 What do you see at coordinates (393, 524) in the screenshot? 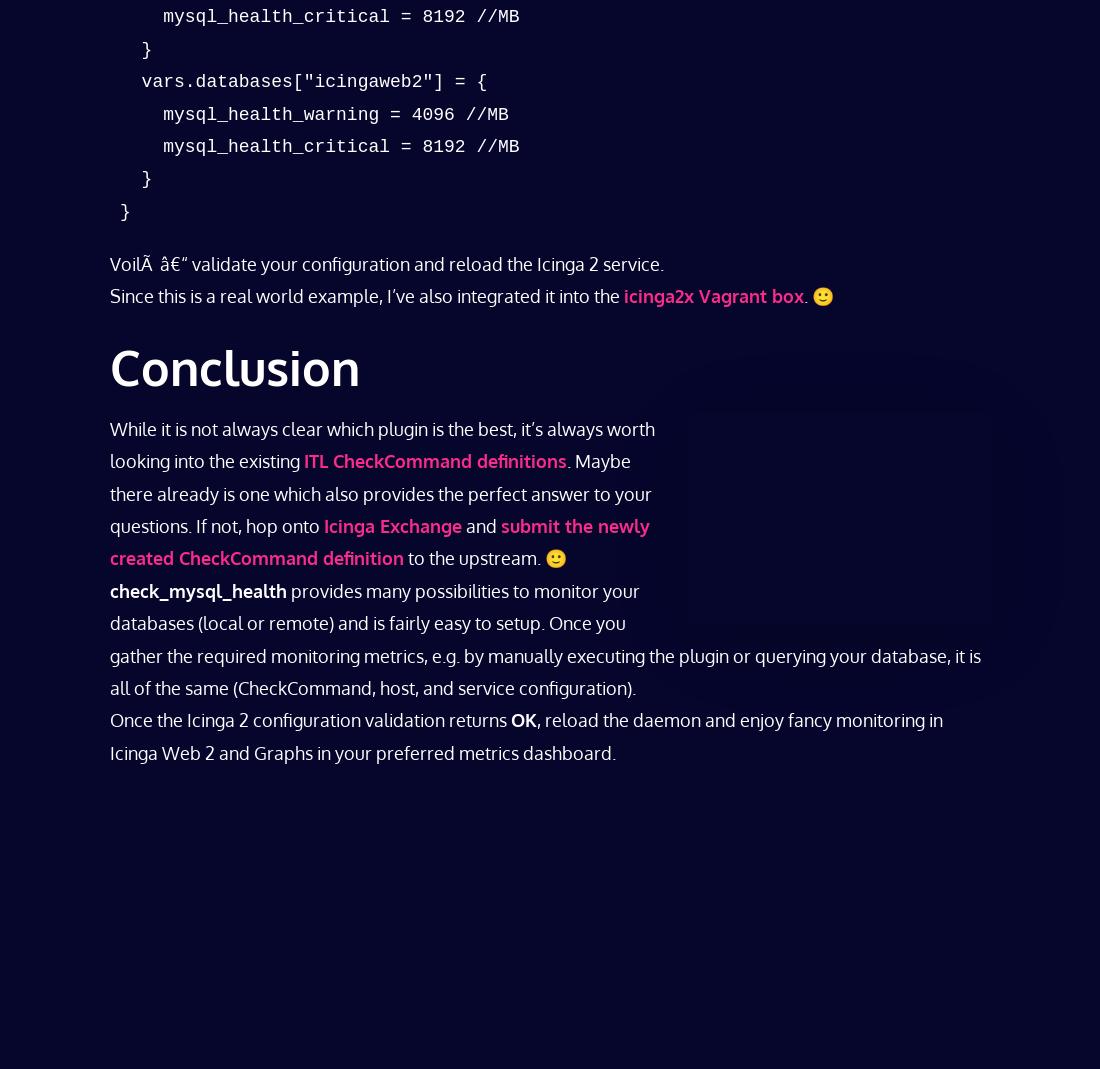
I see `'Icinga Exchange'` at bounding box center [393, 524].